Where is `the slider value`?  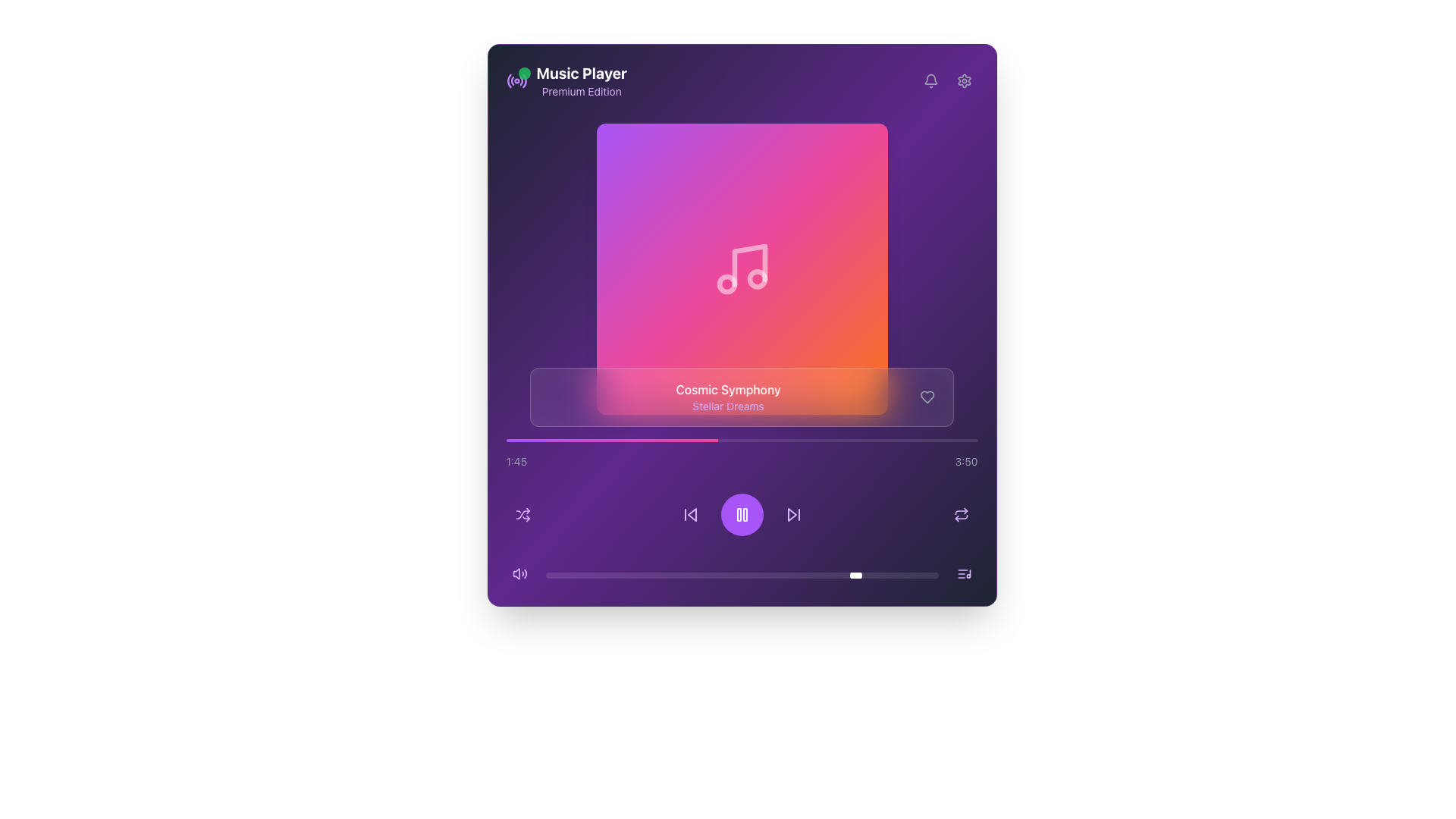
the slider value is located at coordinates (725, 576).